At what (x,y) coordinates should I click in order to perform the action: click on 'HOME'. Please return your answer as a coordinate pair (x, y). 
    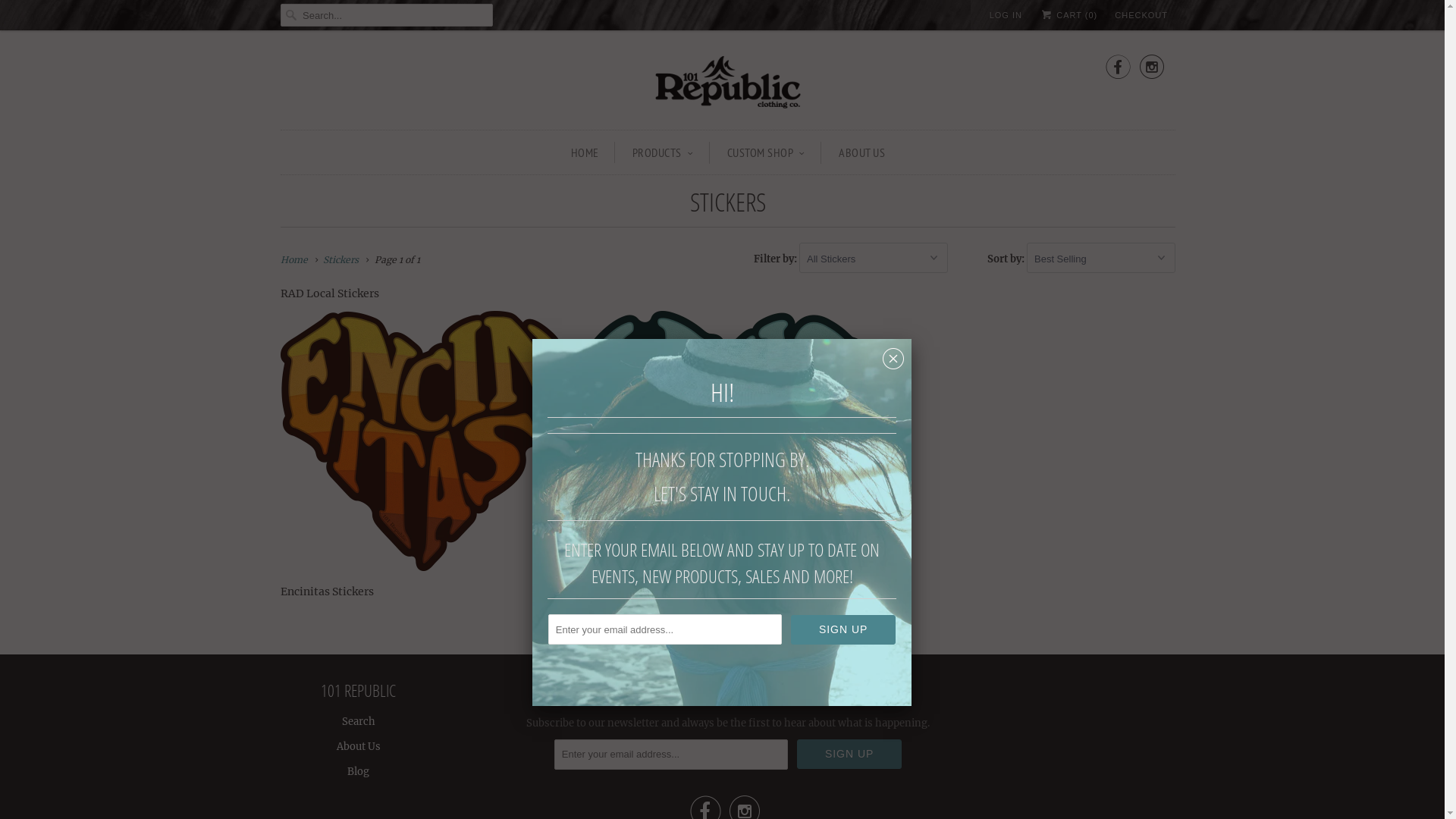
    Looking at the image, I should click on (570, 152).